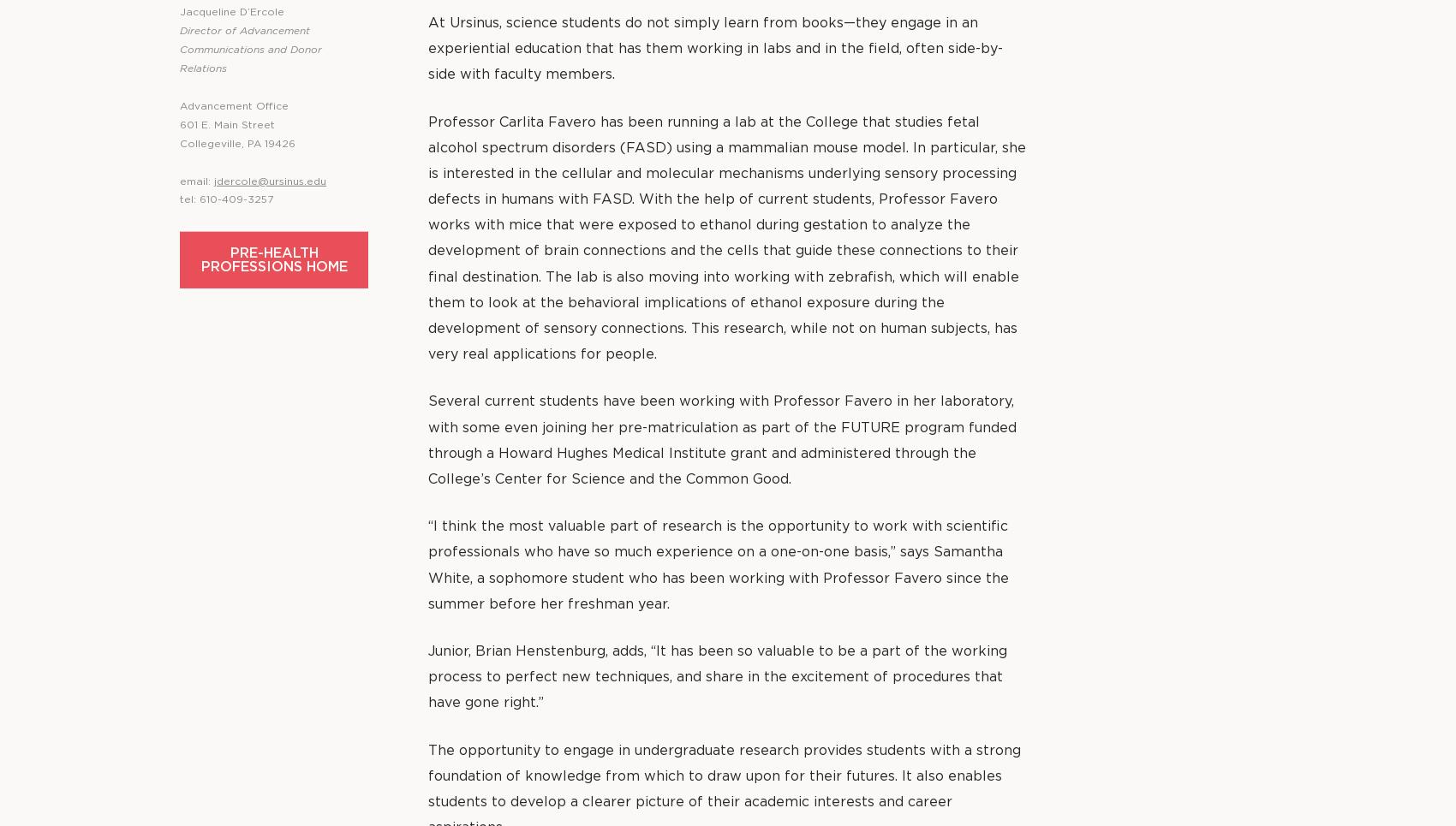 The height and width of the screenshot is (826, 1456). What do you see at coordinates (273, 258) in the screenshot?
I see `'Pre-Health Professions Home'` at bounding box center [273, 258].